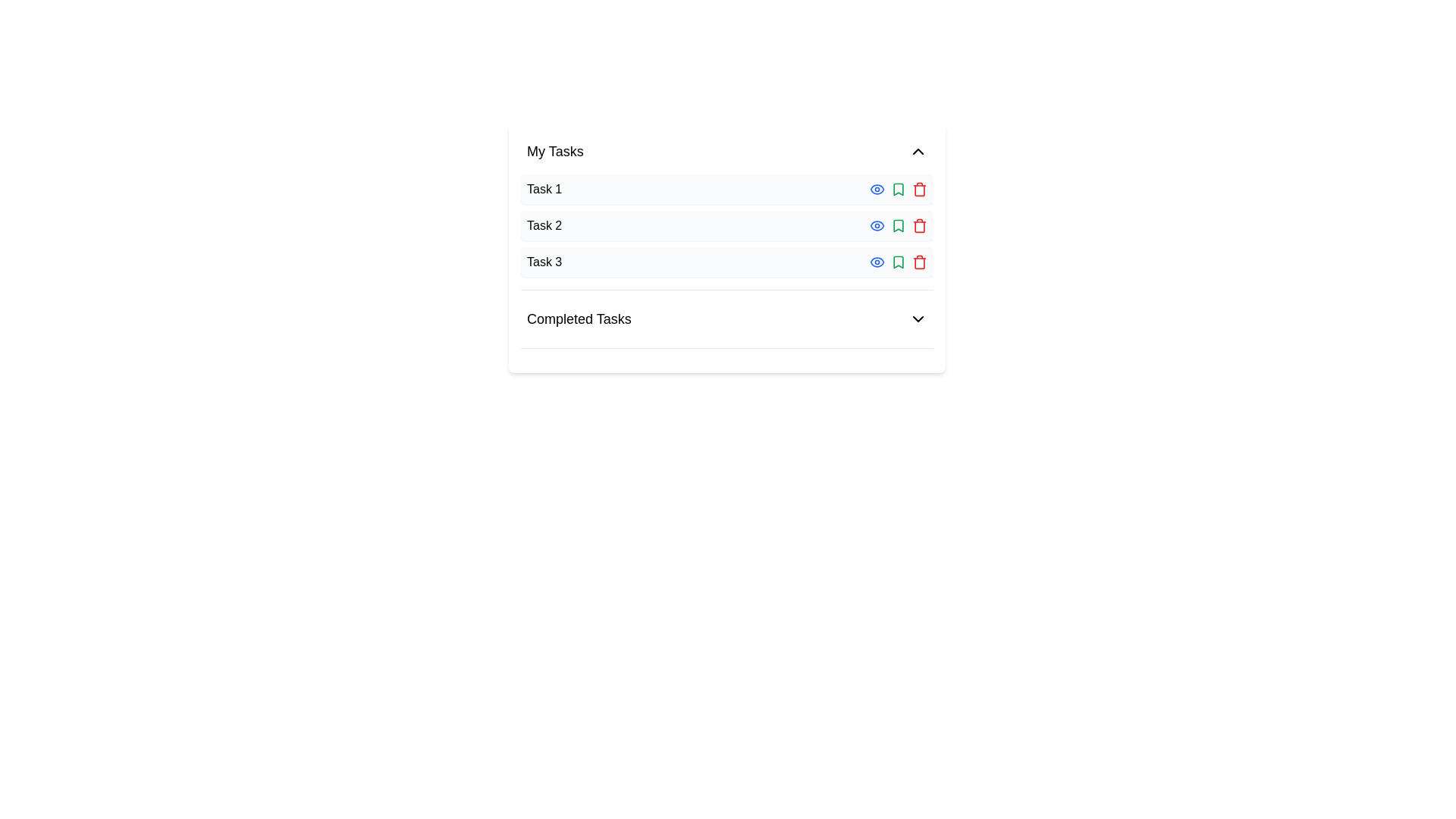 Image resolution: width=1456 pixels, height=819 pixels. Describe the element at coordinates (919, 227) in the screenshot. I see `the trash can icon, which is the third icon in the sequence located on the right side of the second task item, indicating a delete function` at that location.